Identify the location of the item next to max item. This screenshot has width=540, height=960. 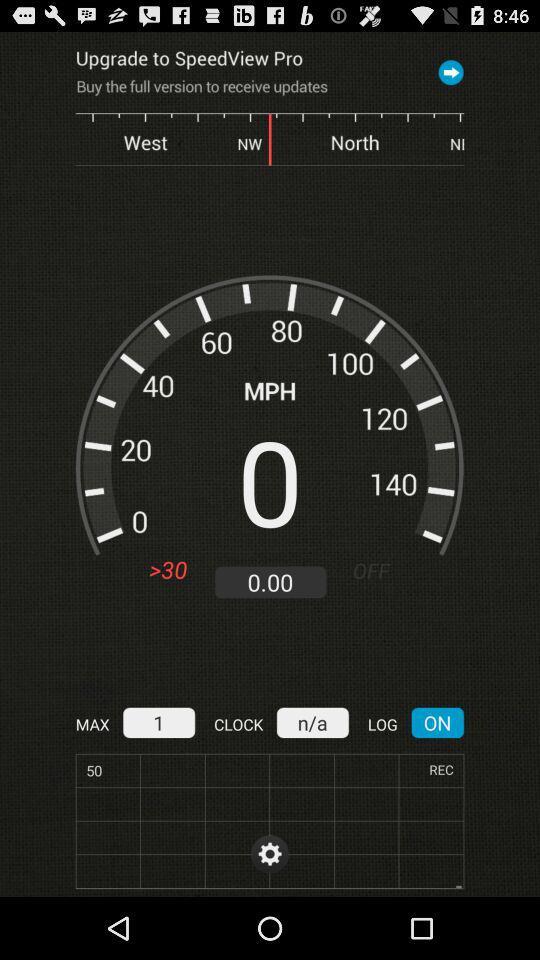
(157, 721).